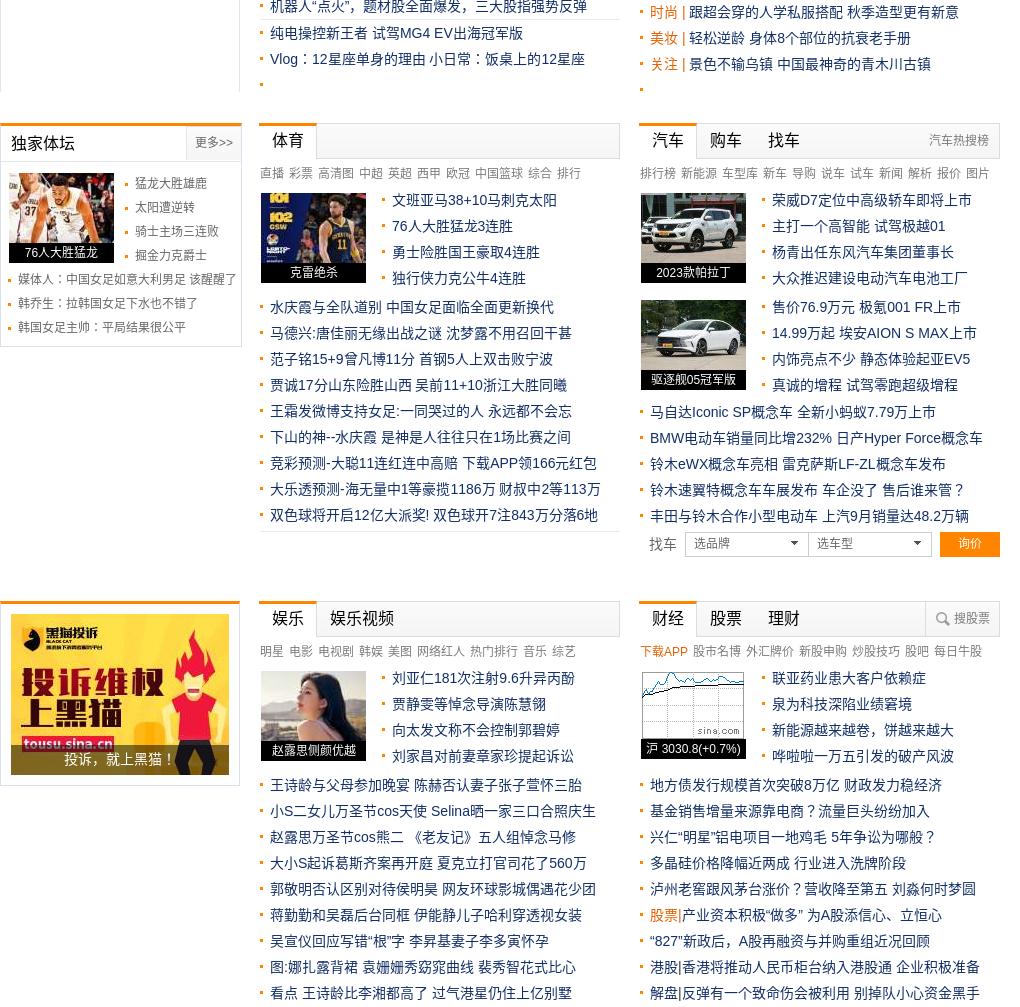  What do you see at coordinates (391, 225) in the screenshot?
I see `'76人大胜猛龙3连胜'` at bounding box center [391, 225].